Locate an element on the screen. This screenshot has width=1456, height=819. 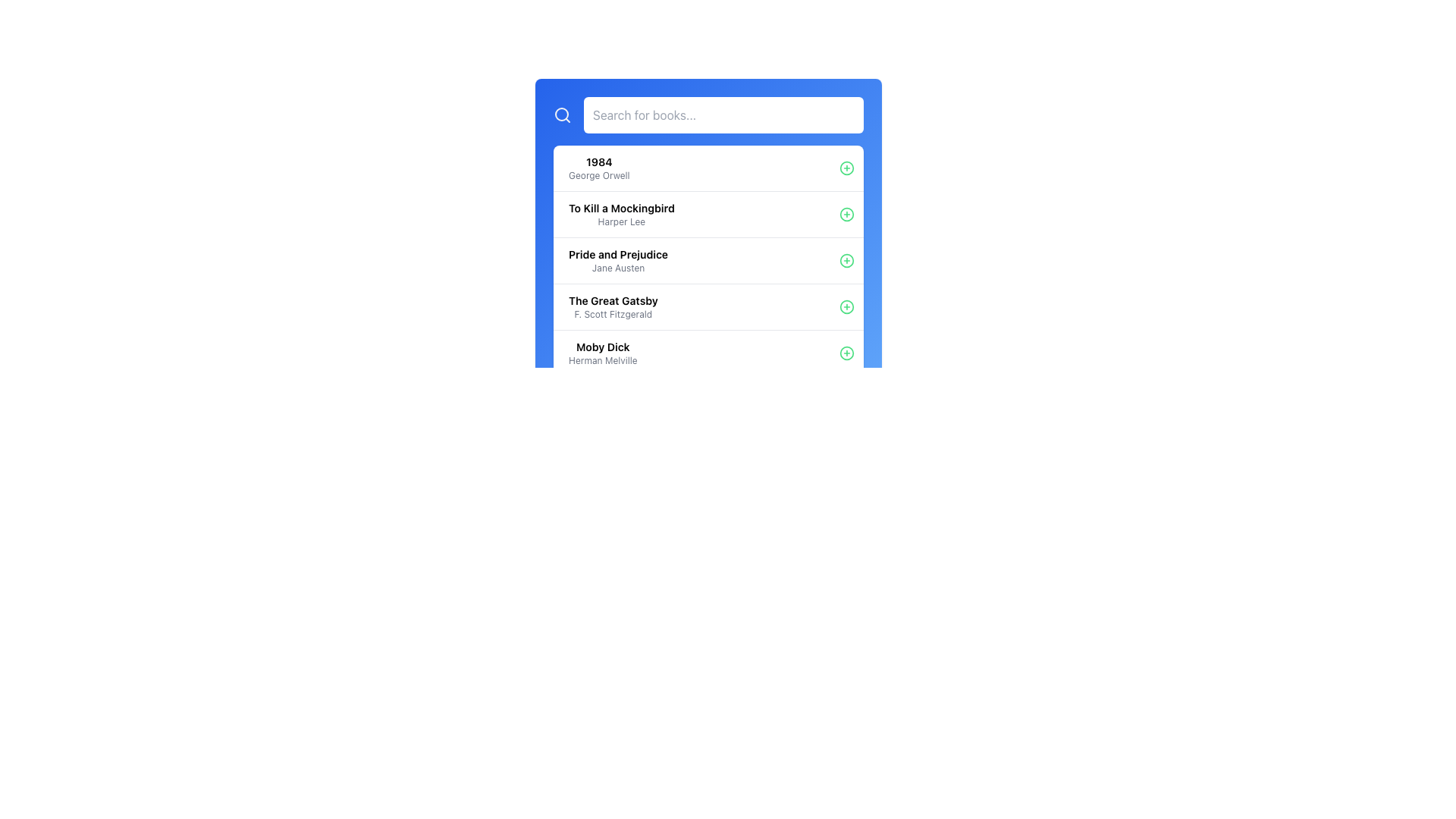
the text label displaying 'Pride and Prejudice', which is the upper text in a book search interface and is the third item in the book list is located at coordinates (618, 253).